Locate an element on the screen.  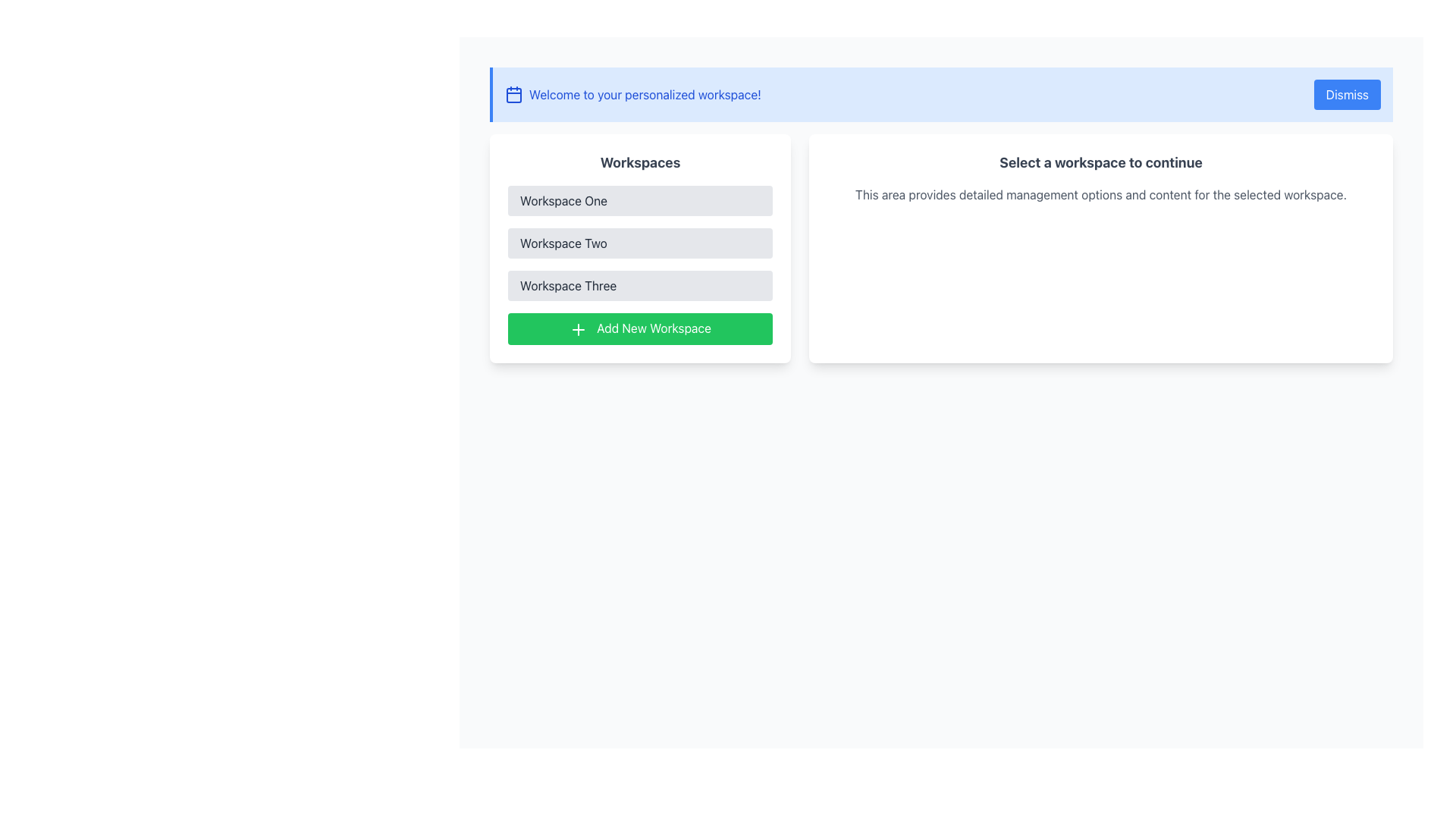
the close button located at the far-right end of the notification bar is located at coordinates (1347, 94).